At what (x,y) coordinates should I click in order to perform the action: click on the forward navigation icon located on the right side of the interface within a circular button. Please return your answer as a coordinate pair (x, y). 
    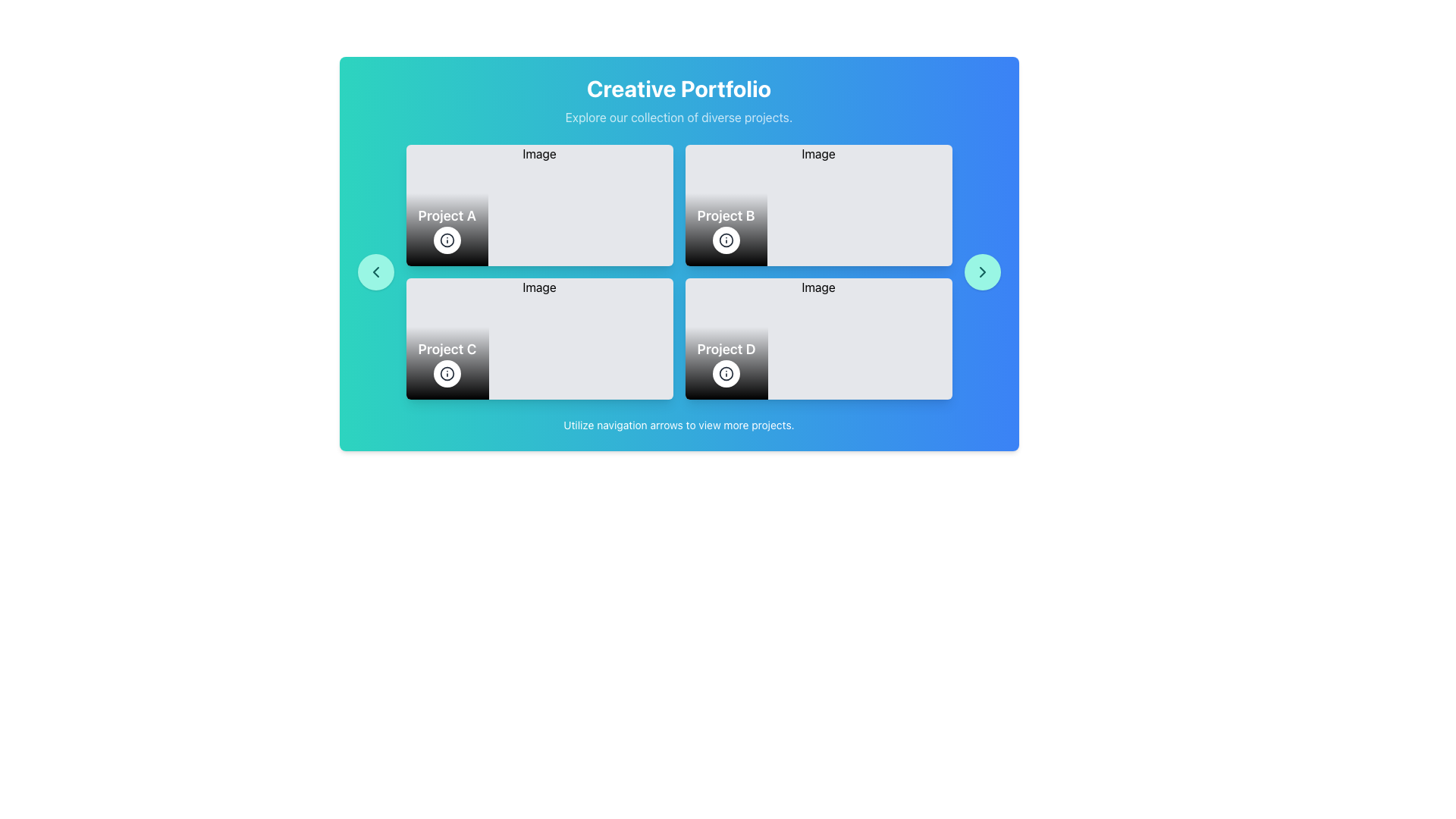
    Looking at the image, I should click on (982, 271).